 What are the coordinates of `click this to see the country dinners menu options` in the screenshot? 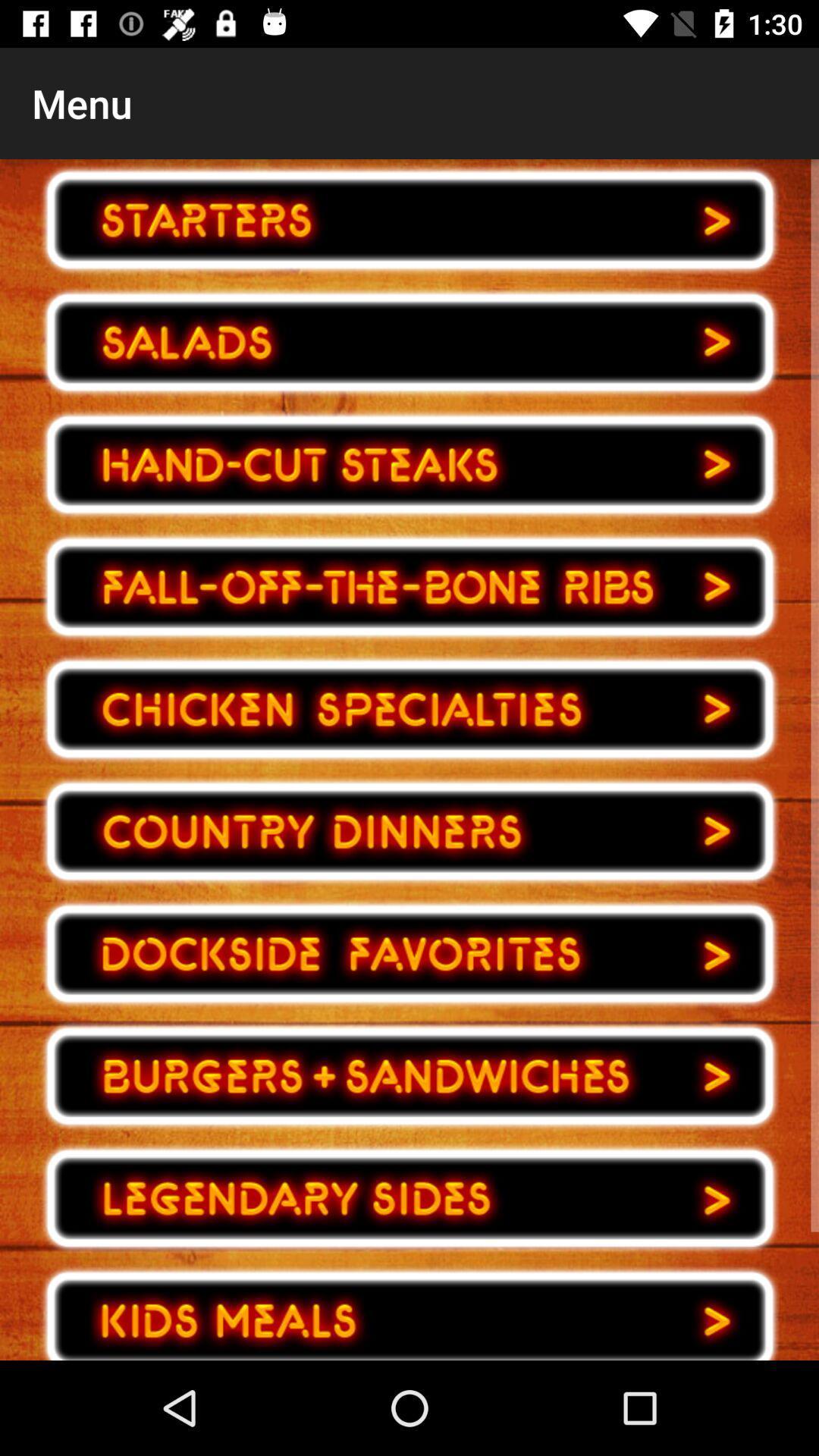 It's located at (409, 830).